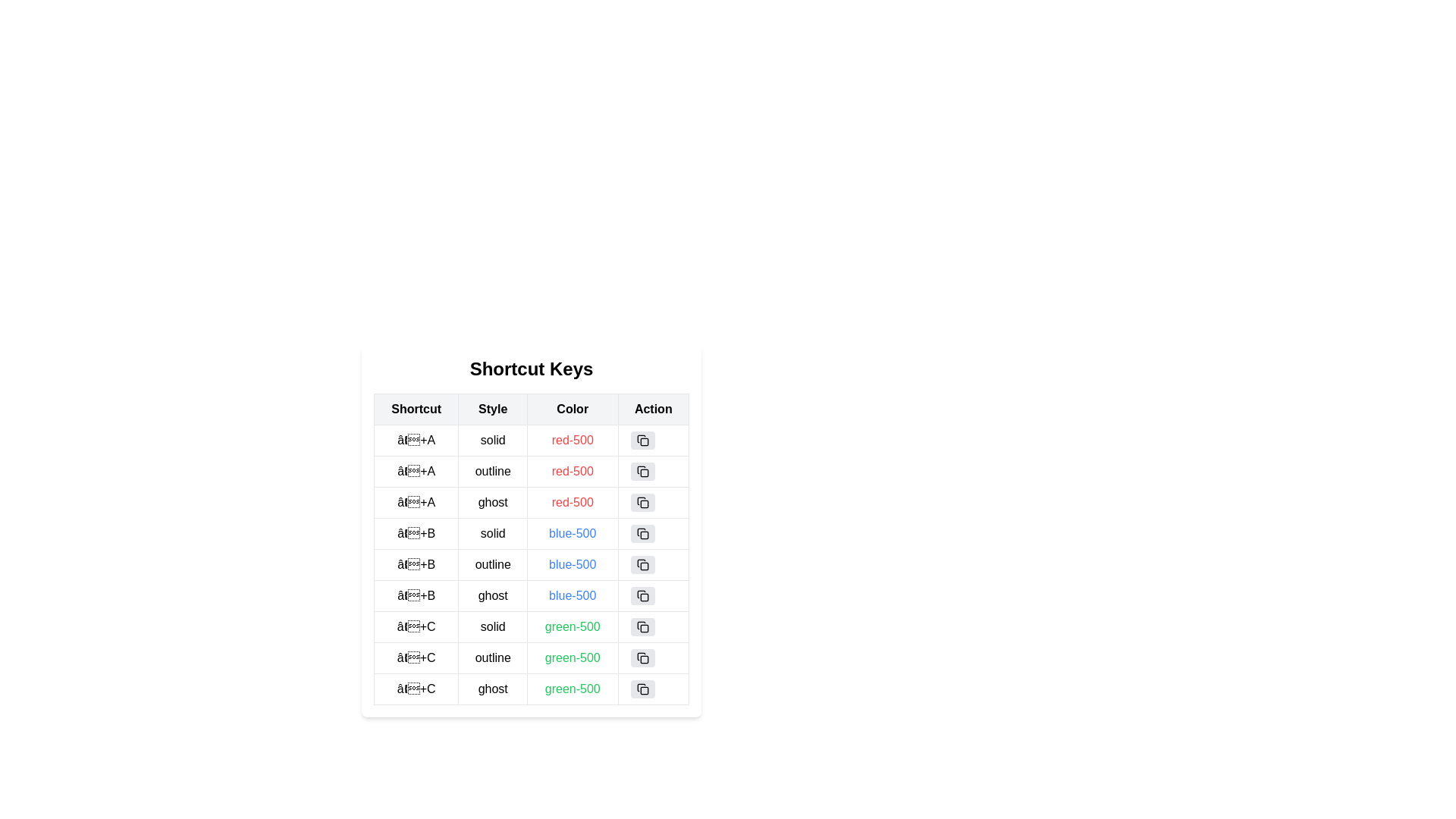  I want to click on the text-based label displaying the keyboard shortcut '⌘+B' in the 'Shortcut' column of the table, specifically within the row titled 'ghost blue-500', so click(416, 595).